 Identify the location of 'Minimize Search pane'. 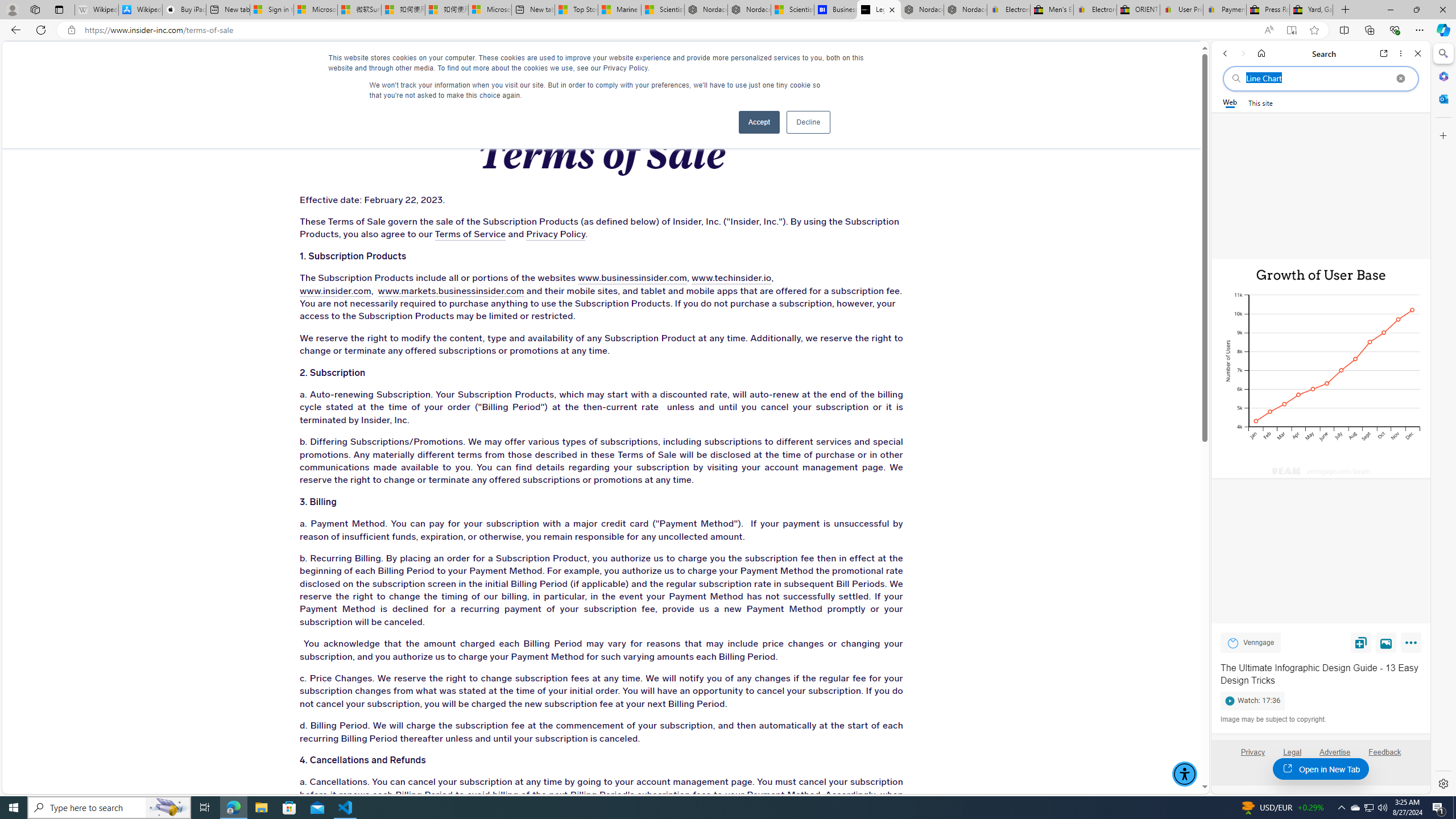
(1442, 53).